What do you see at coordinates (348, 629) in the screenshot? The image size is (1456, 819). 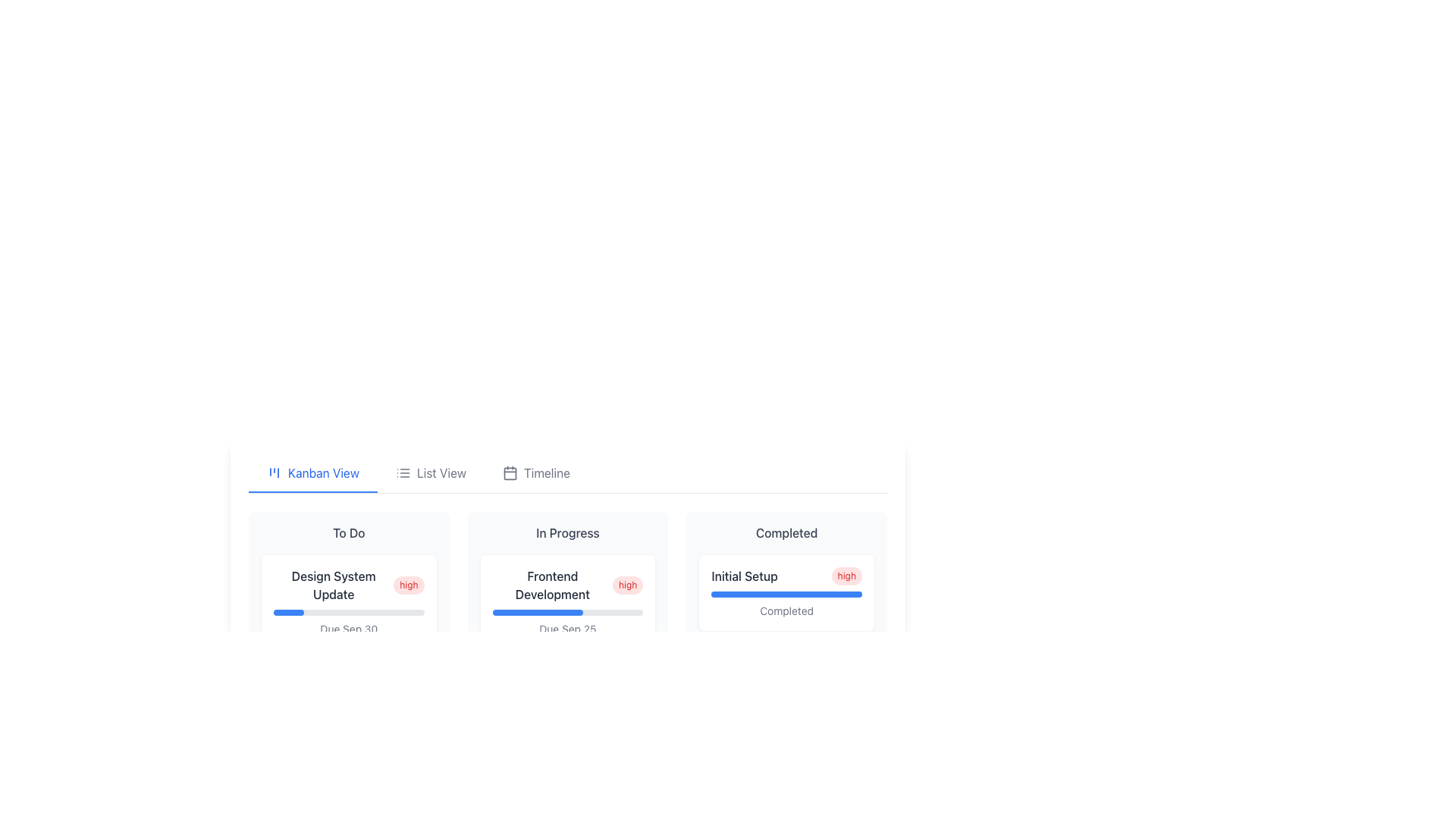 I see `the Text label displaying 'Due Sep 30' in gray color, located at the bottom section of a card-like component` at bounding box center [348, 629].